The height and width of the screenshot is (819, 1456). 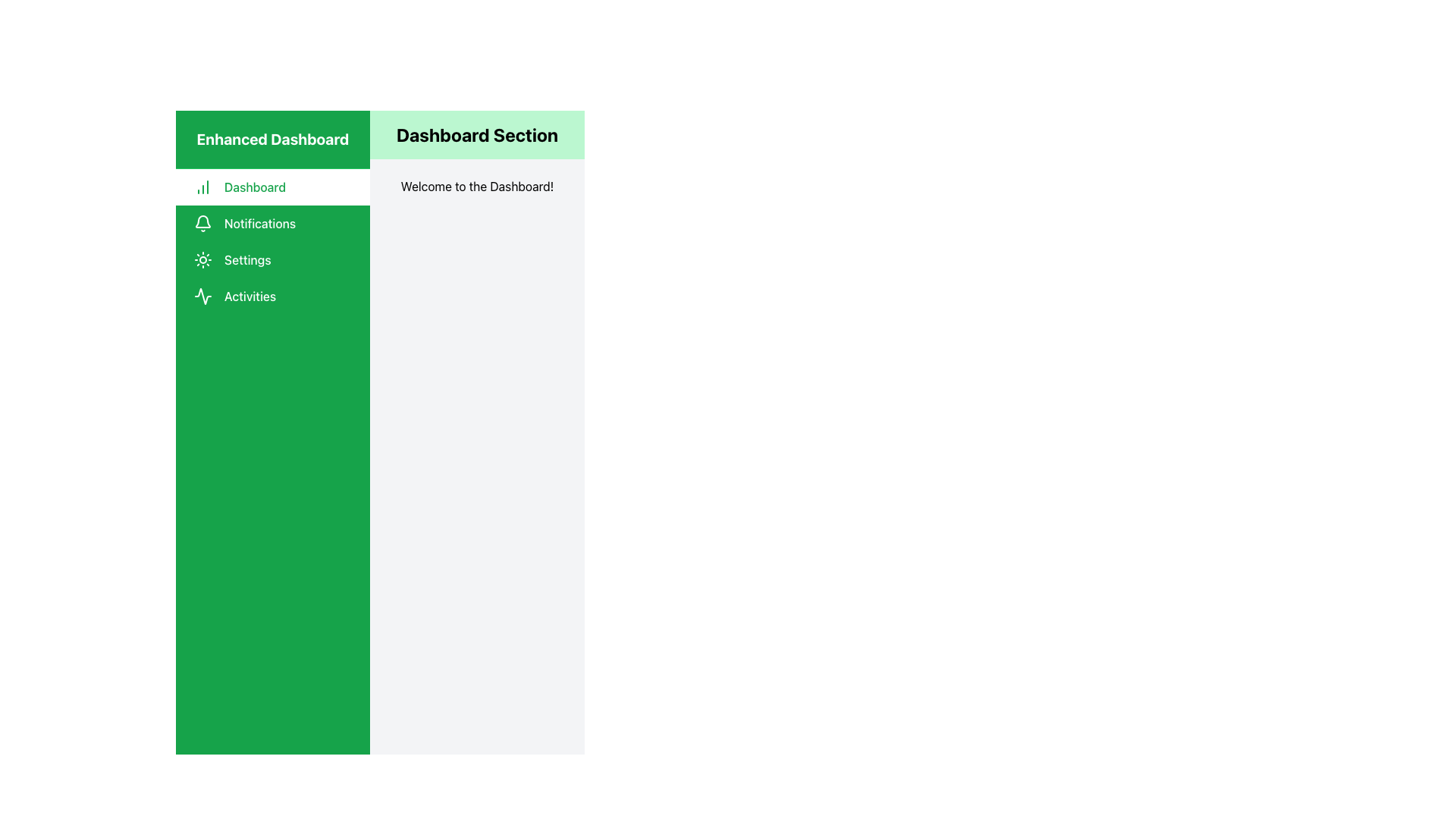 What do you see at coordinates (255, 186) in the screenshot?
I see `text label that serves as a descriptor for accessing the dashboard section, located inside the vertical menu bar immediately below the 'Enhanced Dashboard' group header` at bounding box center [255, 186].